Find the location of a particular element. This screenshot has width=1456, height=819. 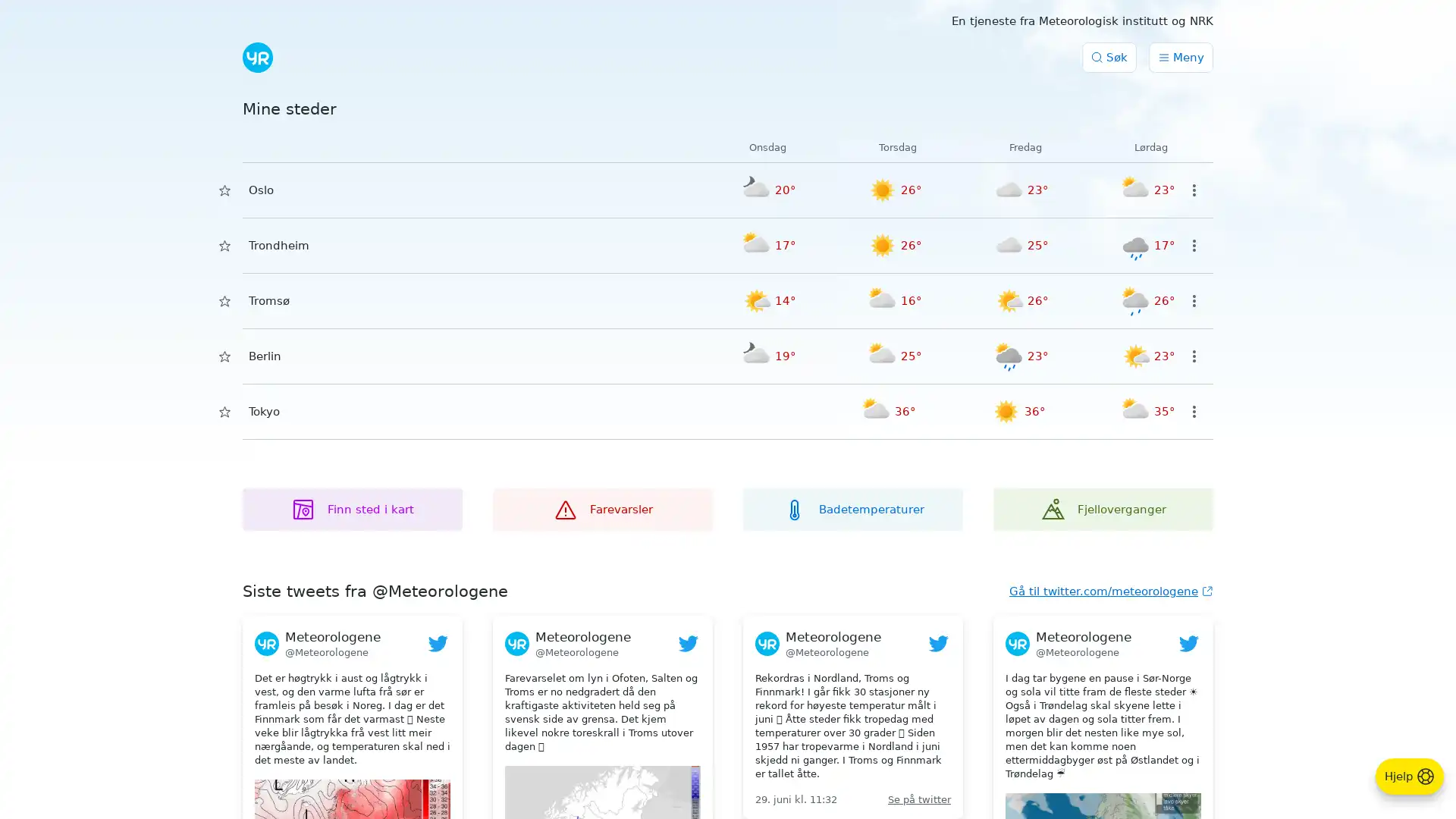

Lagre i Mine steder is located at coordinates (224, 189).